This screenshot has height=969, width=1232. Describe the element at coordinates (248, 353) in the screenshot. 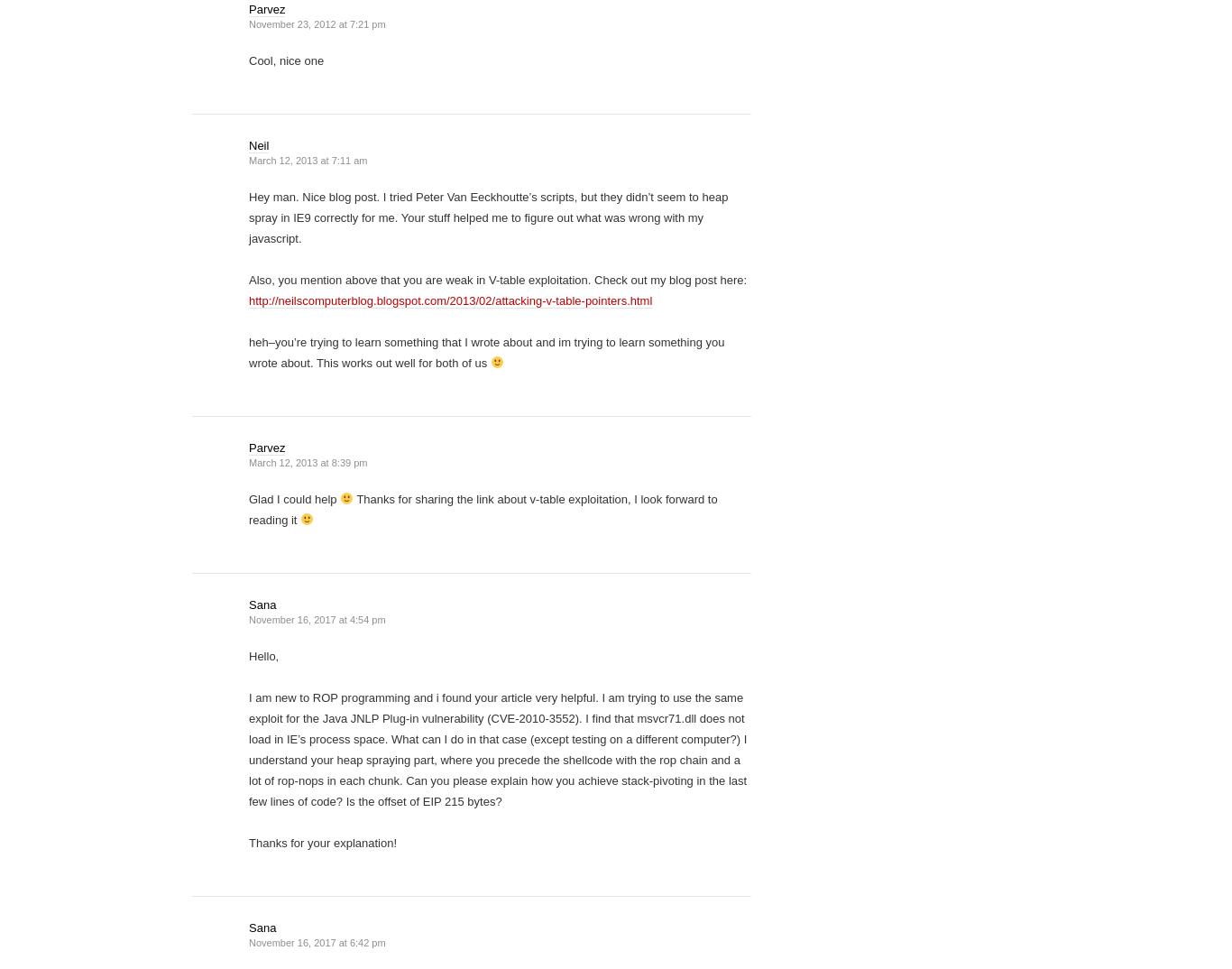

I see `'heh–you’re trying to learn something that I wrote about and im trying to learn something you wrote about. This works out well for both of us'` at that location.